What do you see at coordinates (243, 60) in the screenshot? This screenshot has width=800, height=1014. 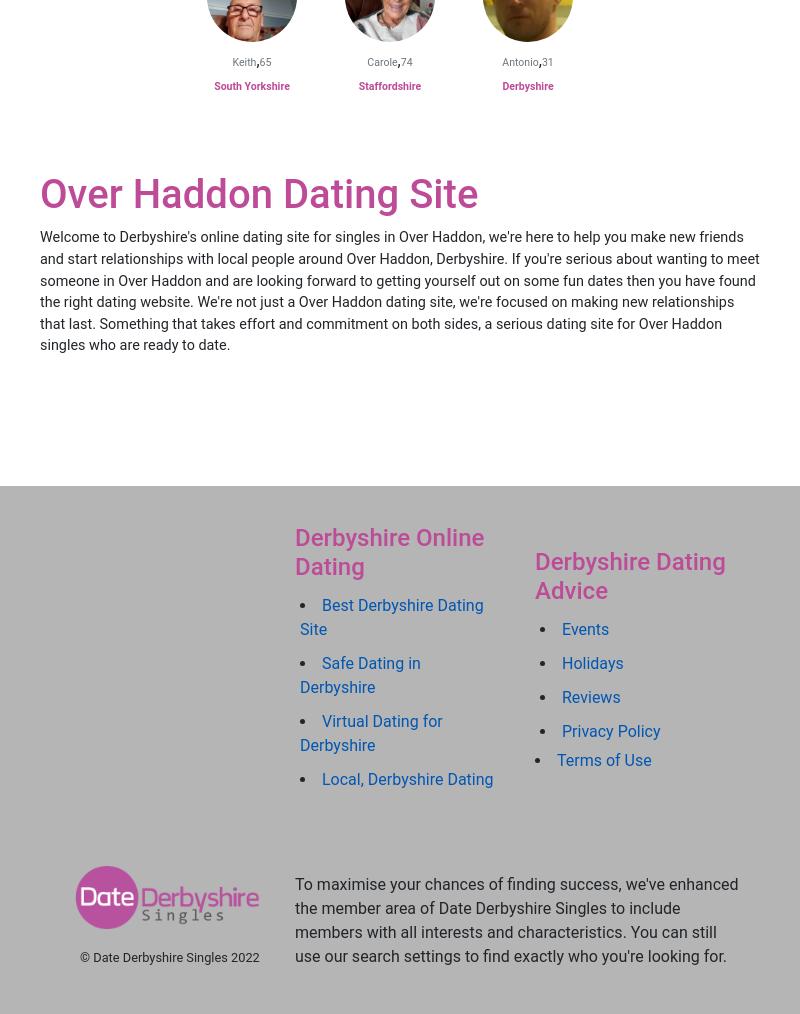 I see `'Keith'` at bounding box center [243, 60].